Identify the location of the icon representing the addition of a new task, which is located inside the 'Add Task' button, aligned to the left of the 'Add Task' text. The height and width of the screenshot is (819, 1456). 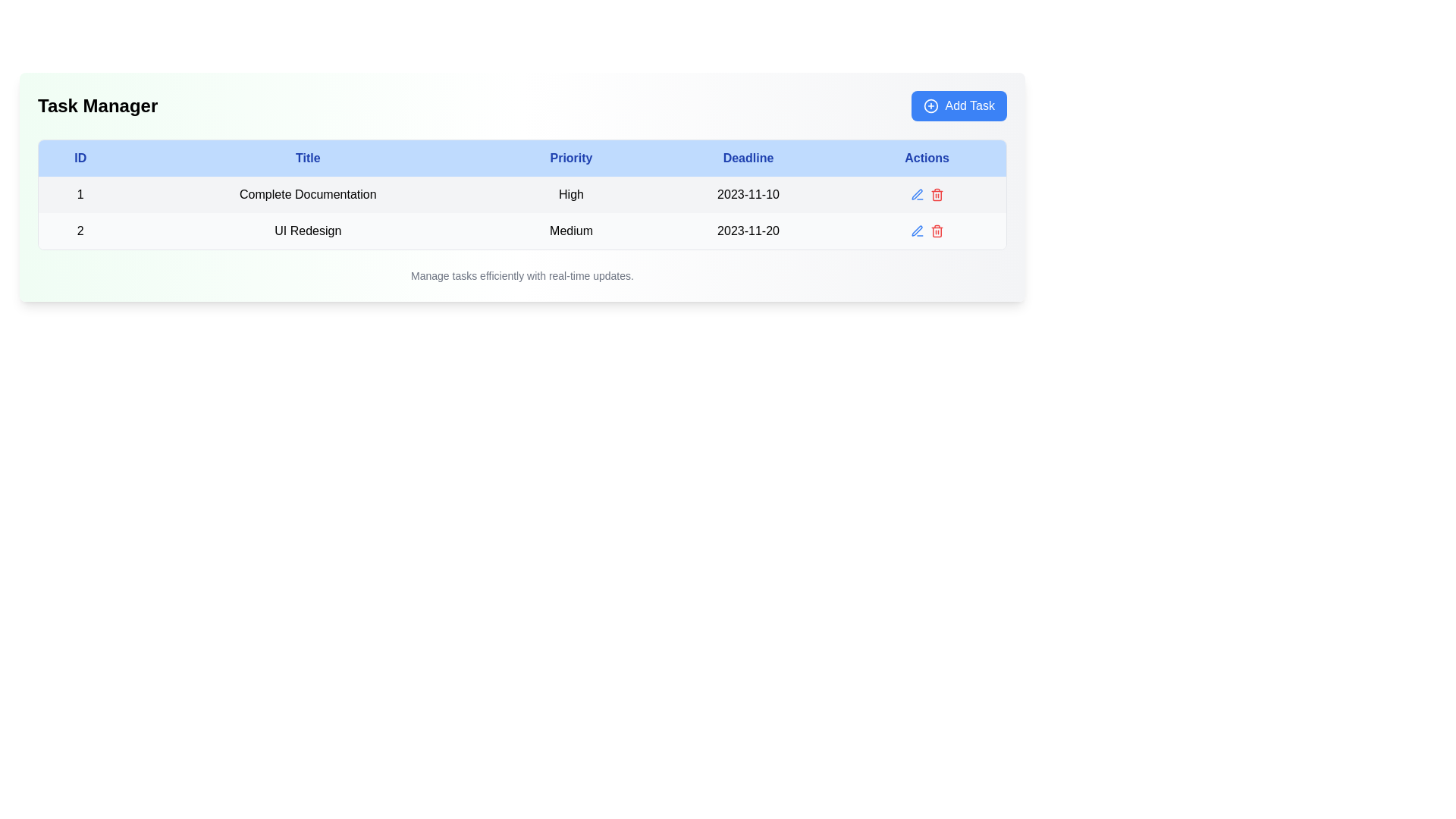
(930, 105).